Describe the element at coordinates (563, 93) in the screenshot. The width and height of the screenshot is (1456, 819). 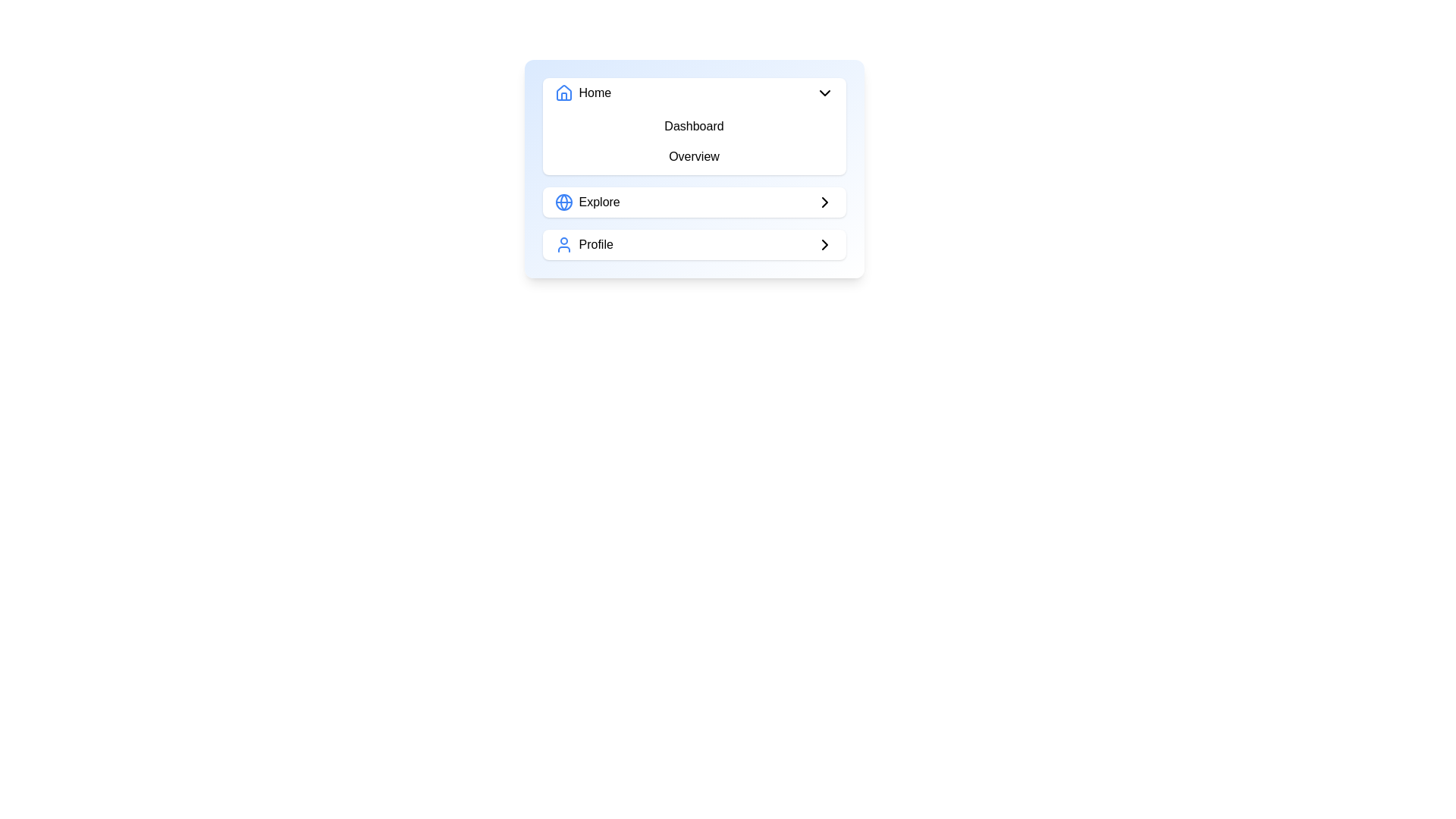
I see `the 'Home' icon located to the left of the 'Home' text label in the menu` at that location.